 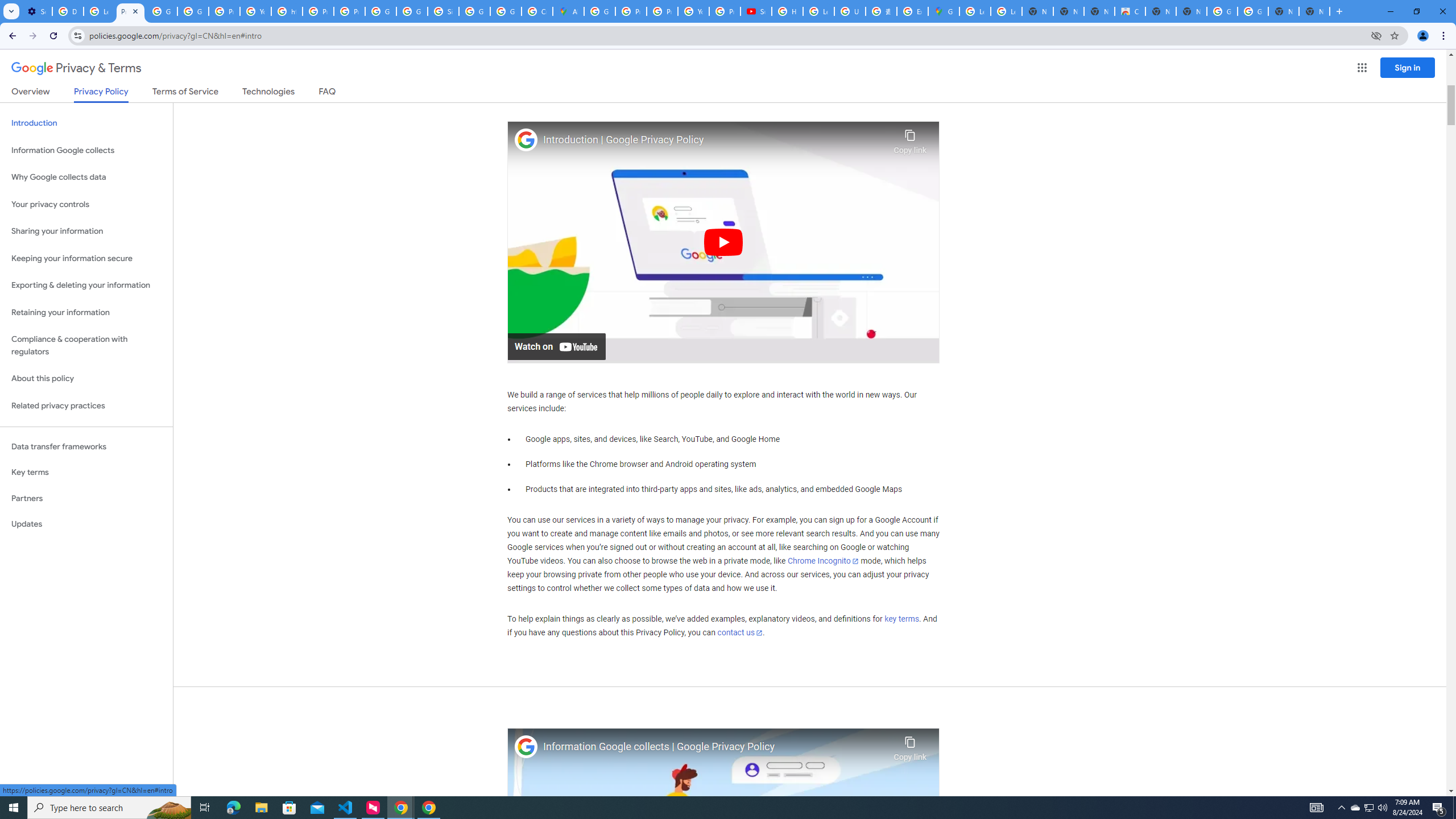 I want to click on 'Sign in', so click(x=1407, y=67).